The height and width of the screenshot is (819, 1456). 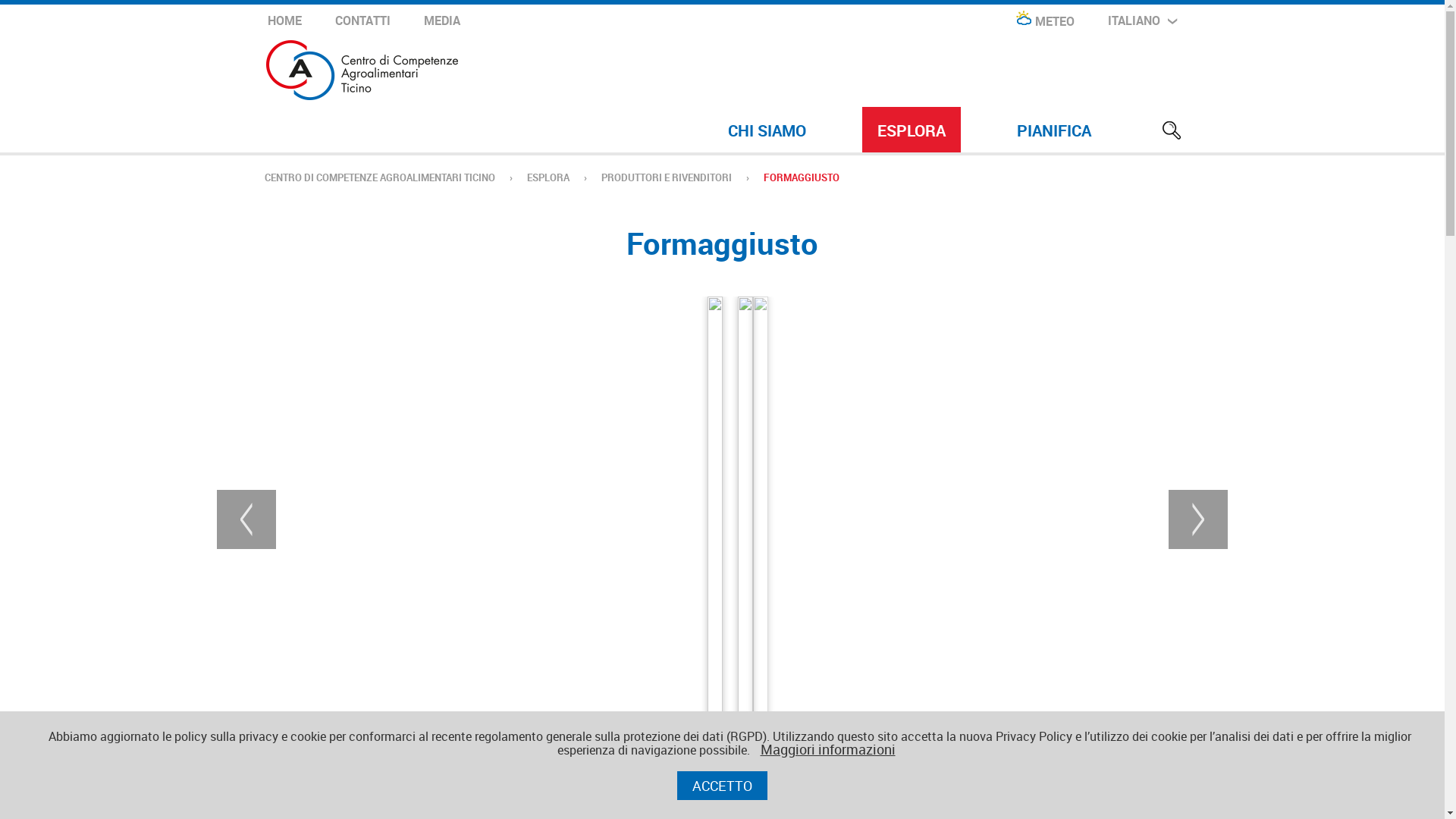 I want to click on 'next', so click(x=1197, y=519).